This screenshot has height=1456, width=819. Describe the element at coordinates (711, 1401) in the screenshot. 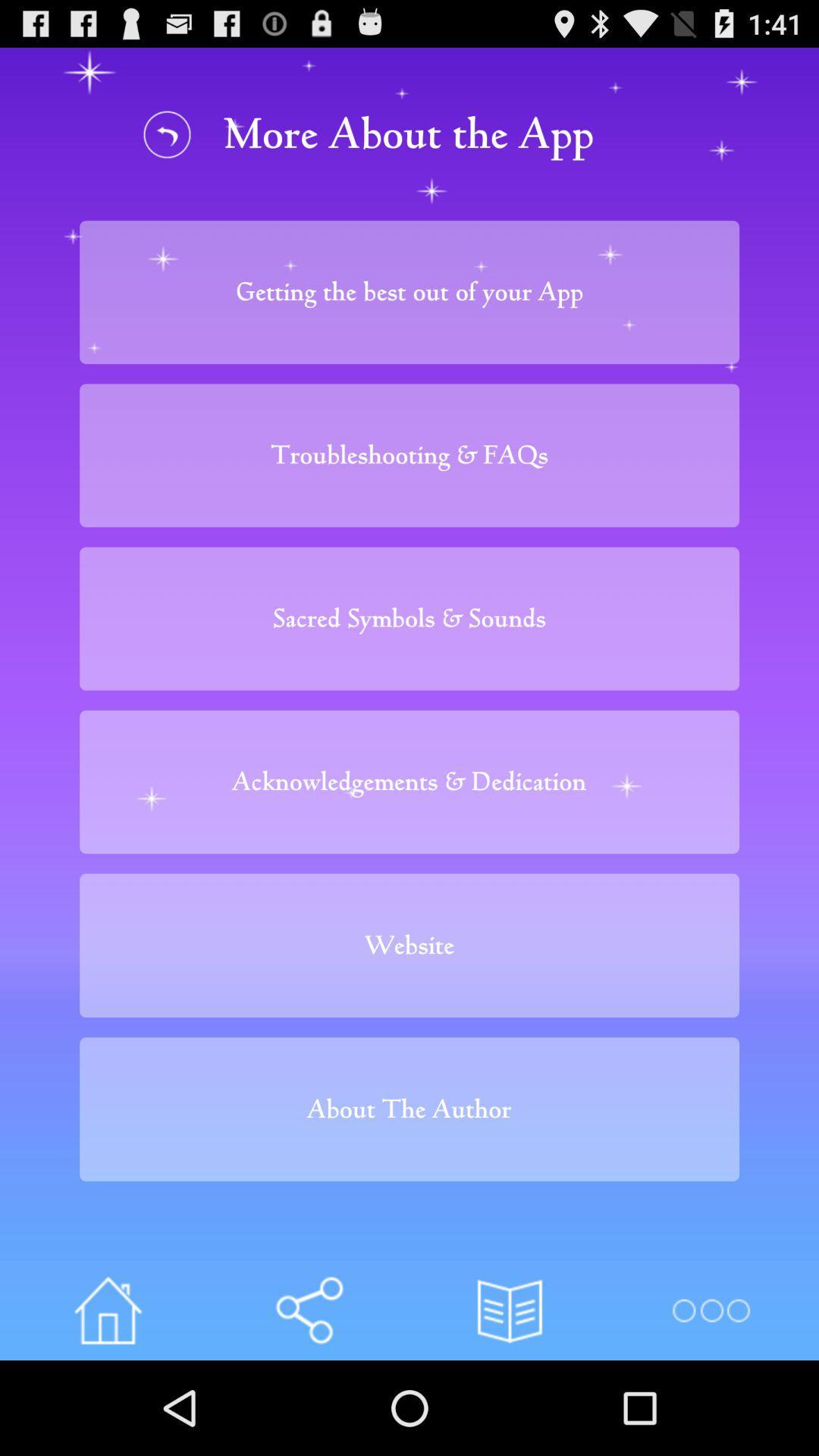

I see `the more icon` at that location.